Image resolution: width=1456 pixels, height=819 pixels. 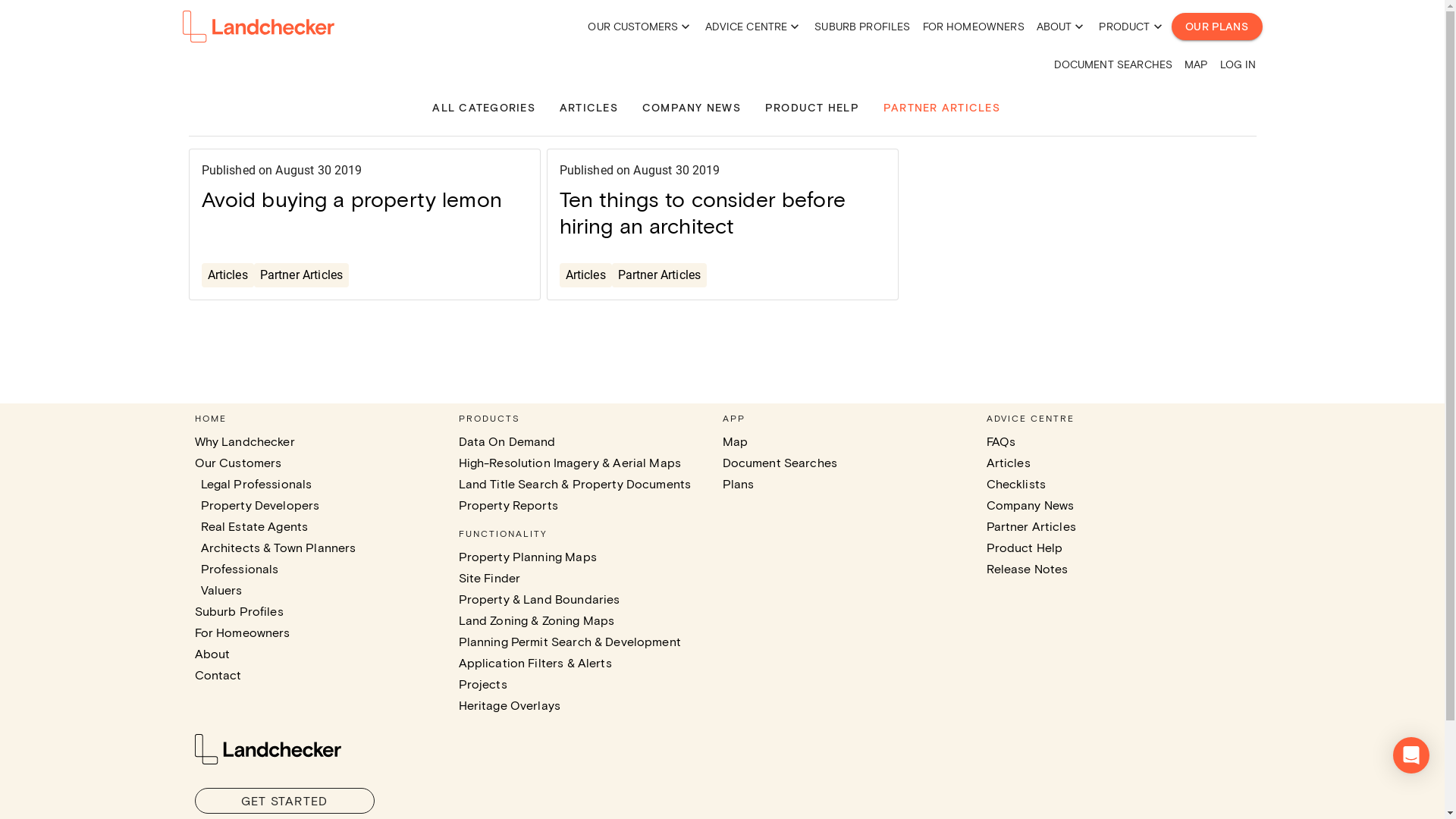 I want to click on 'Property & Land Boundaries', so click(x=538, y=598).